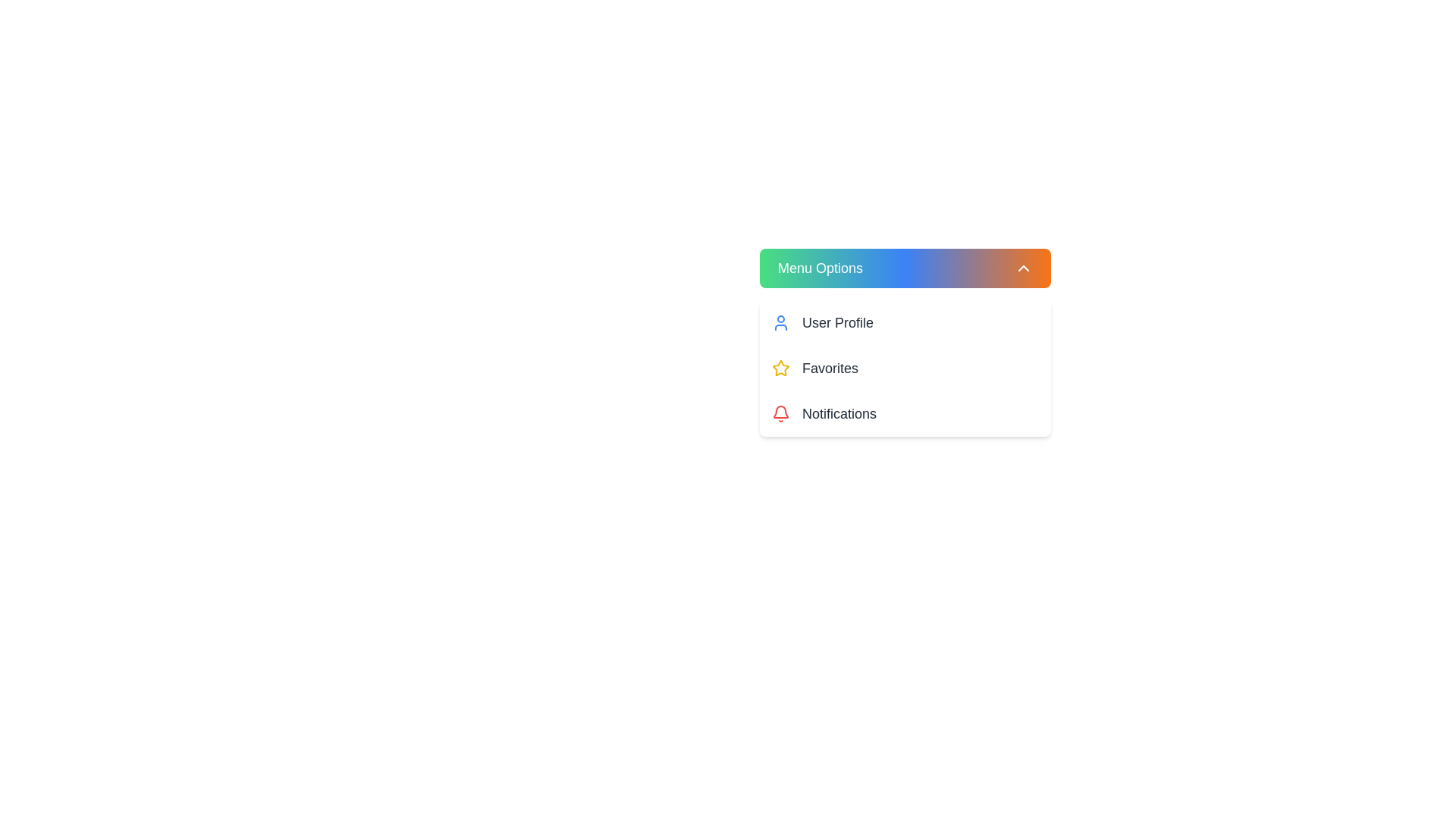 Image resolution: width=1456 pixels, height=819 pixels. I want to click on the star icon, which is a yellow star with a white interior located in the menu interface, just to the left of the 'Favorites' text, so click(781, 368).